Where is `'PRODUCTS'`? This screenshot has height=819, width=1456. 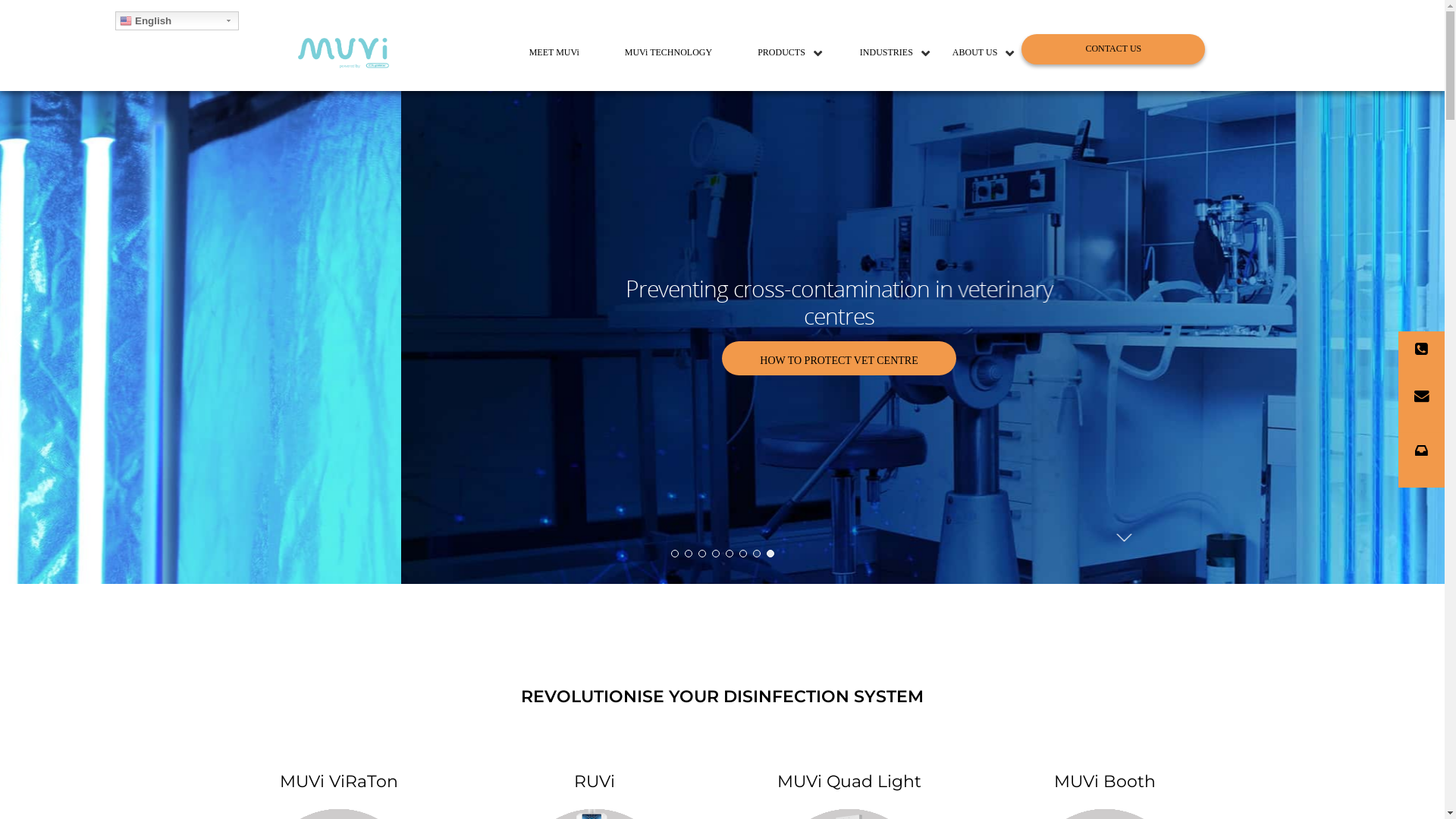 'PRODUCTS' is located at coordinates (775, 52).